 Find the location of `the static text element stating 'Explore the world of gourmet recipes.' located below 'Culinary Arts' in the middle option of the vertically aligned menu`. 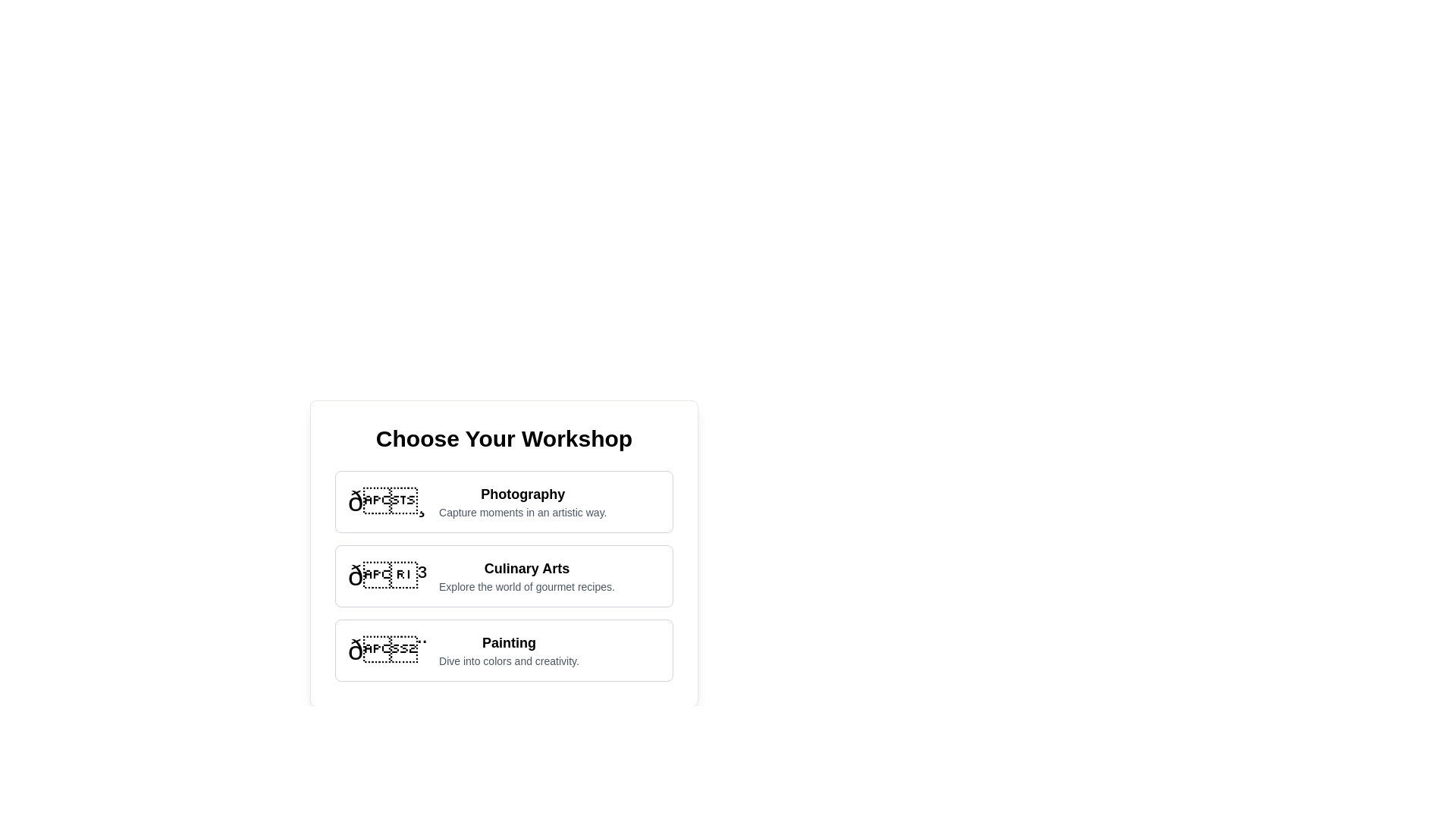

the static text element stating 'Explore the world of gourmet recipes.' located below 'Culinary Arts' in the middle option of the vertically aligned menu is located at coordinates (527, 586).